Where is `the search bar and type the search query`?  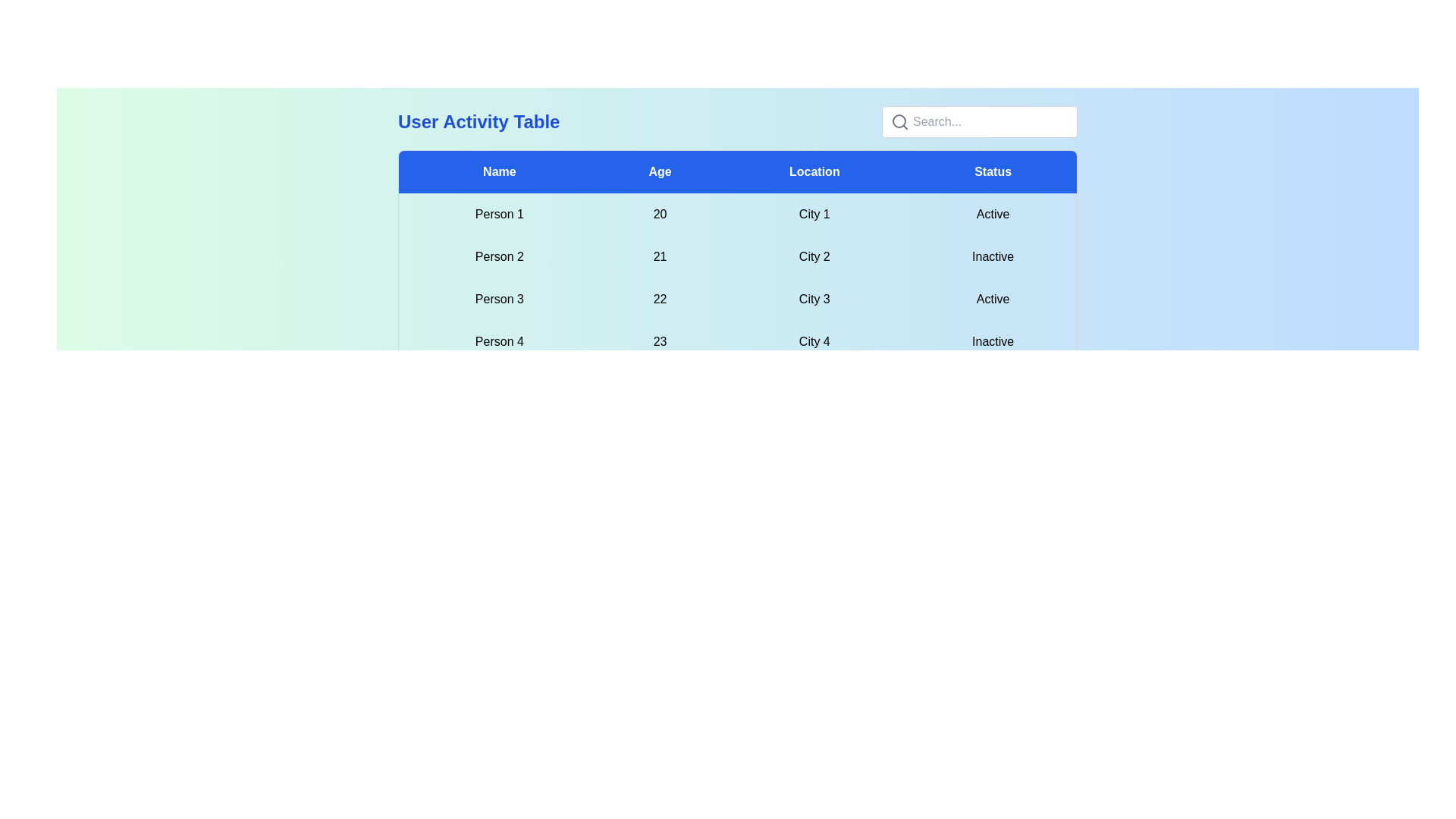
the search bar and type the search query is located at coordinates (979, 121).